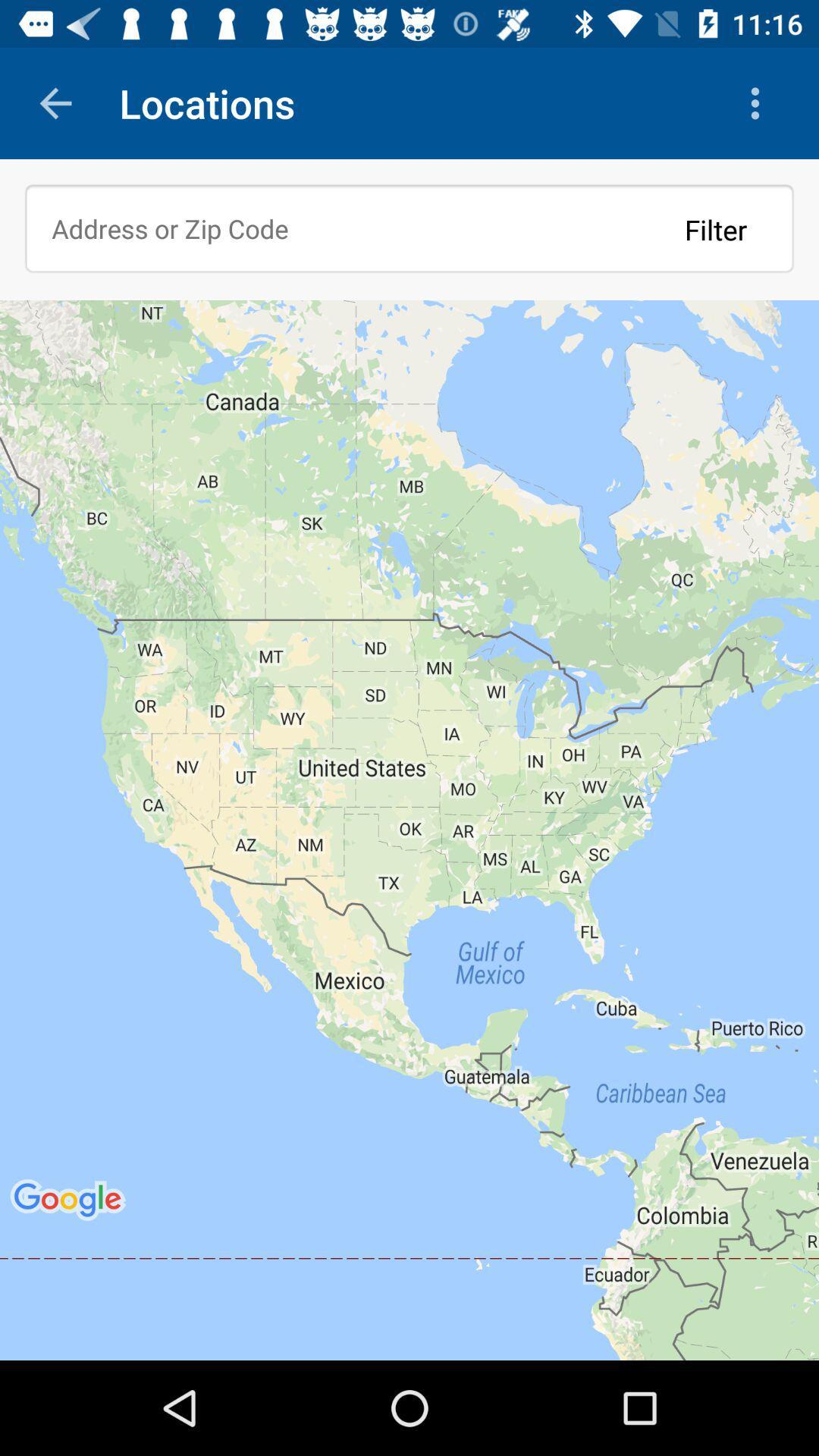 The width and height of the screenshot is (819, 1456). I want to click on icon next to the locations app, so click(759, 102).